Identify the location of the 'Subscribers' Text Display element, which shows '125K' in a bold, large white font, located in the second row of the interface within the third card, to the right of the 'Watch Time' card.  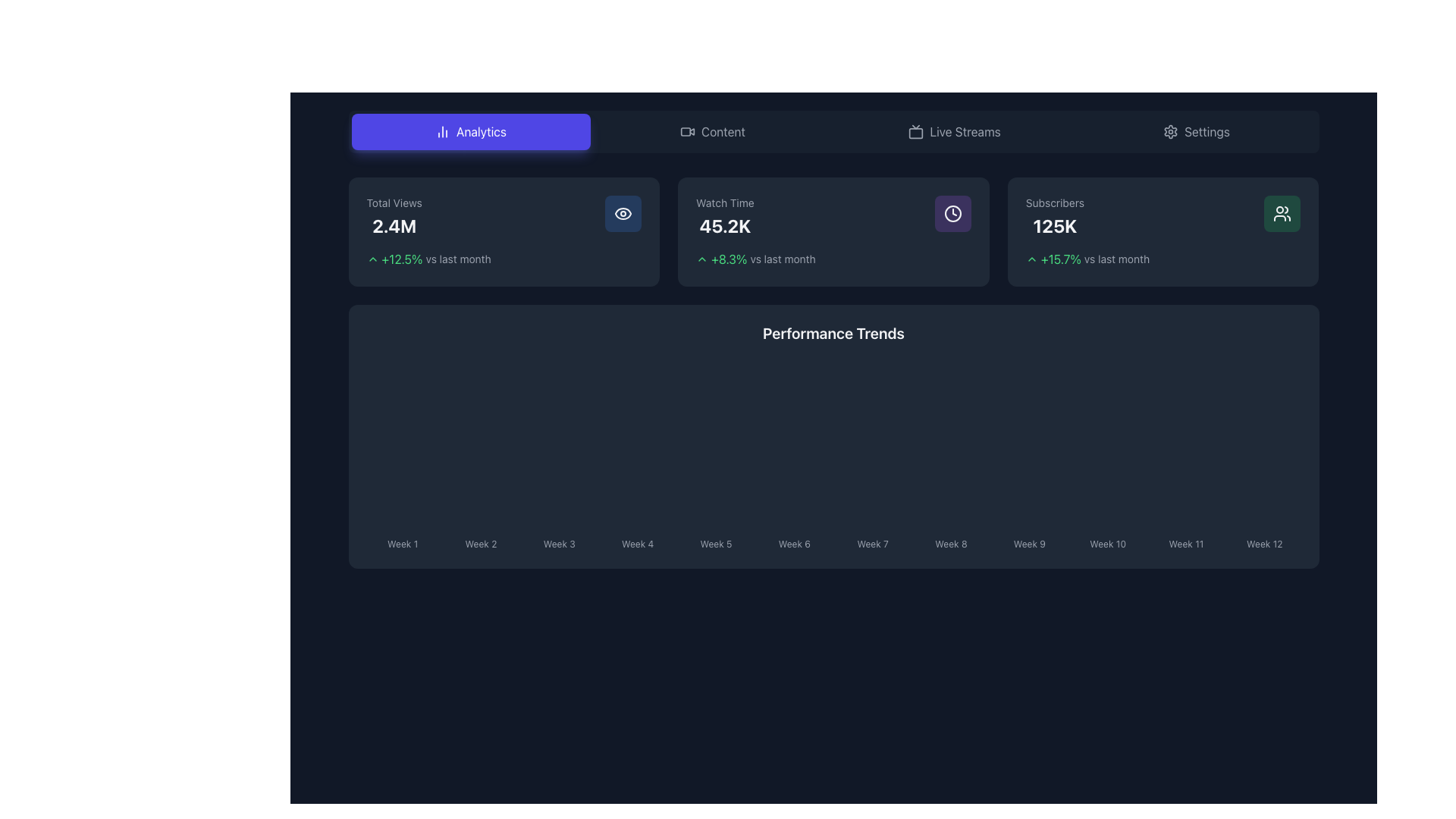
(1054, 216).